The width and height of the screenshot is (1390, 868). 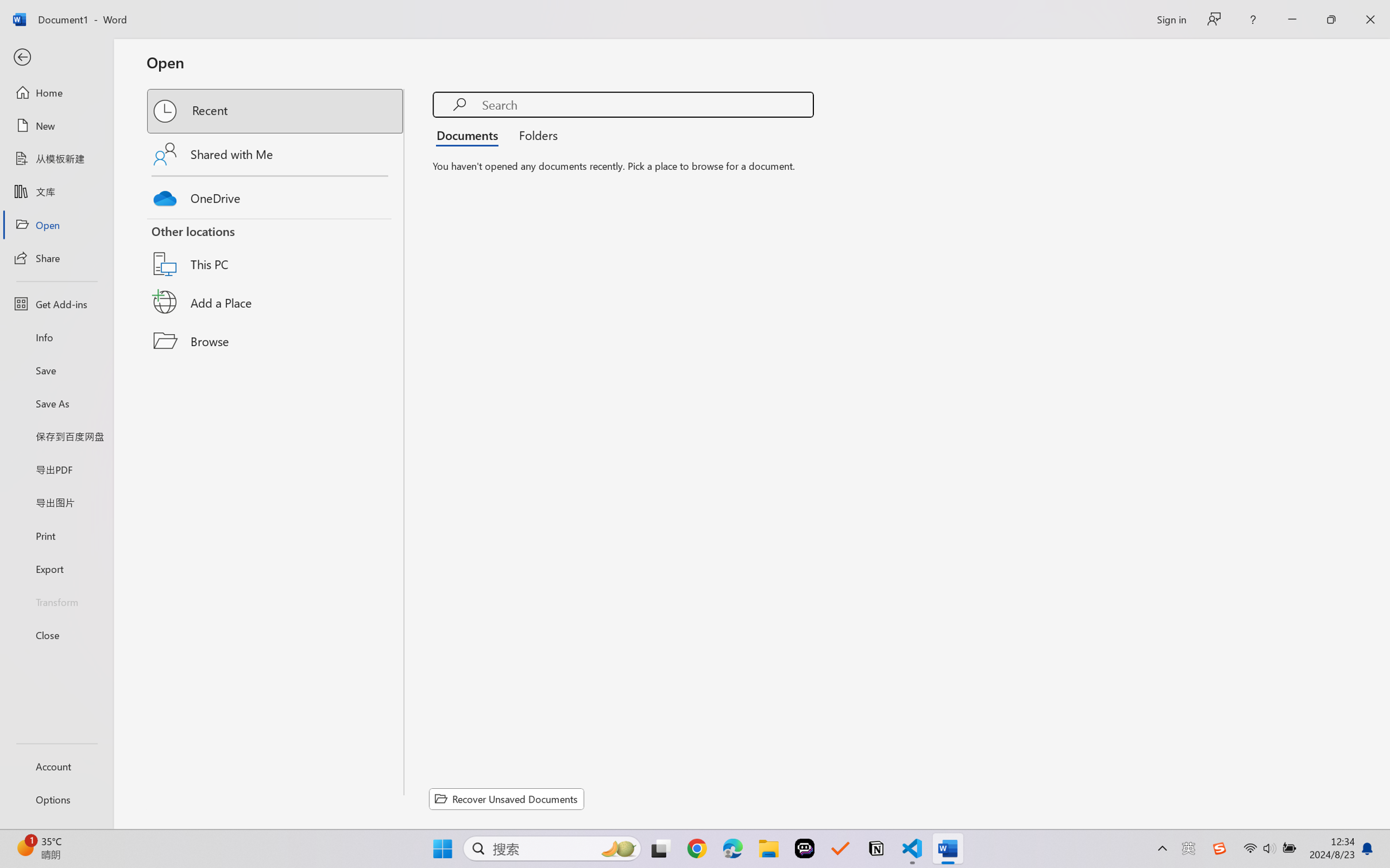 I want to click on 'Add a Place', so click(x=276, y=301).